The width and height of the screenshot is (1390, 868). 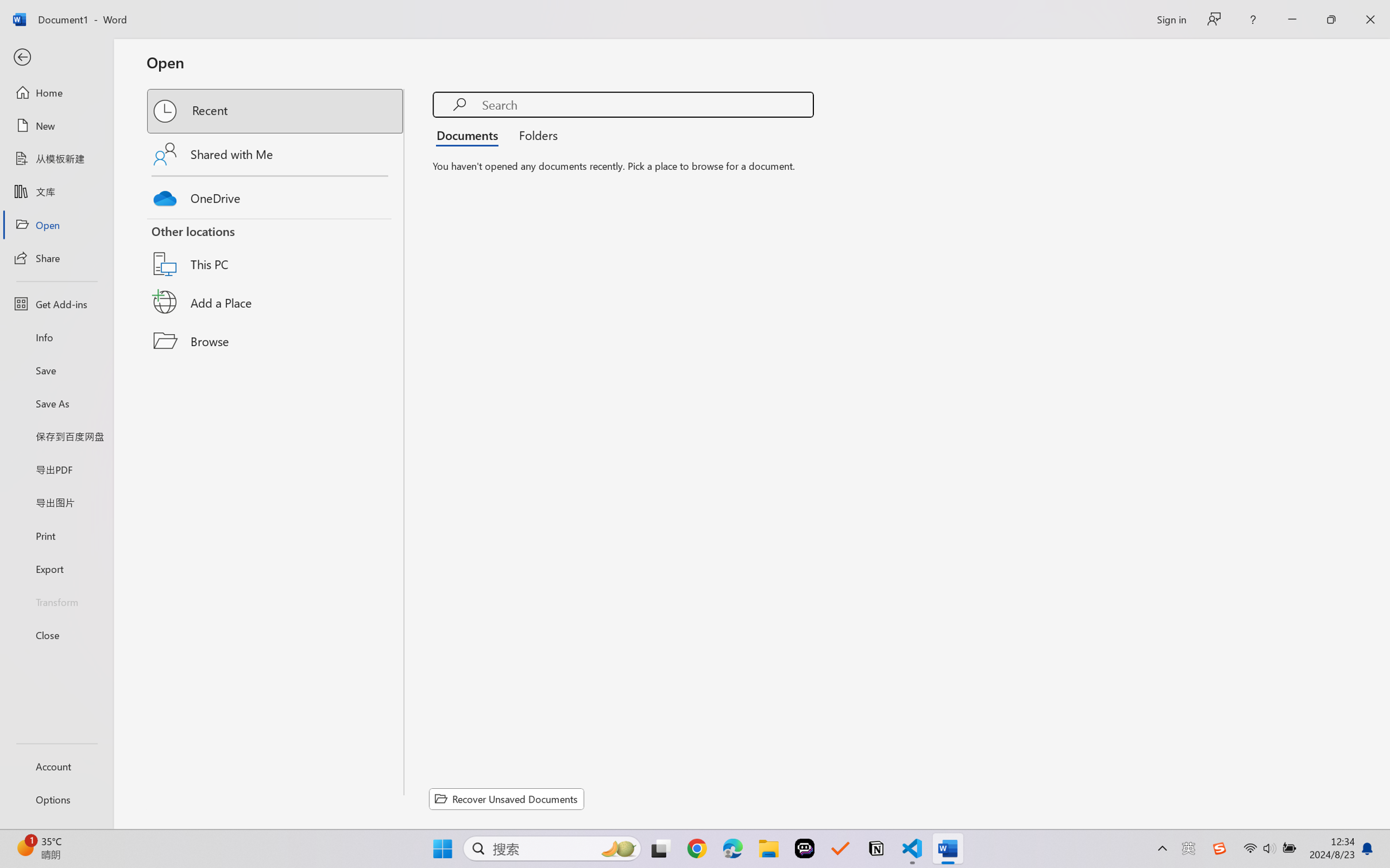 I want to click on 'Add a Place', so click(x=276, y=301).